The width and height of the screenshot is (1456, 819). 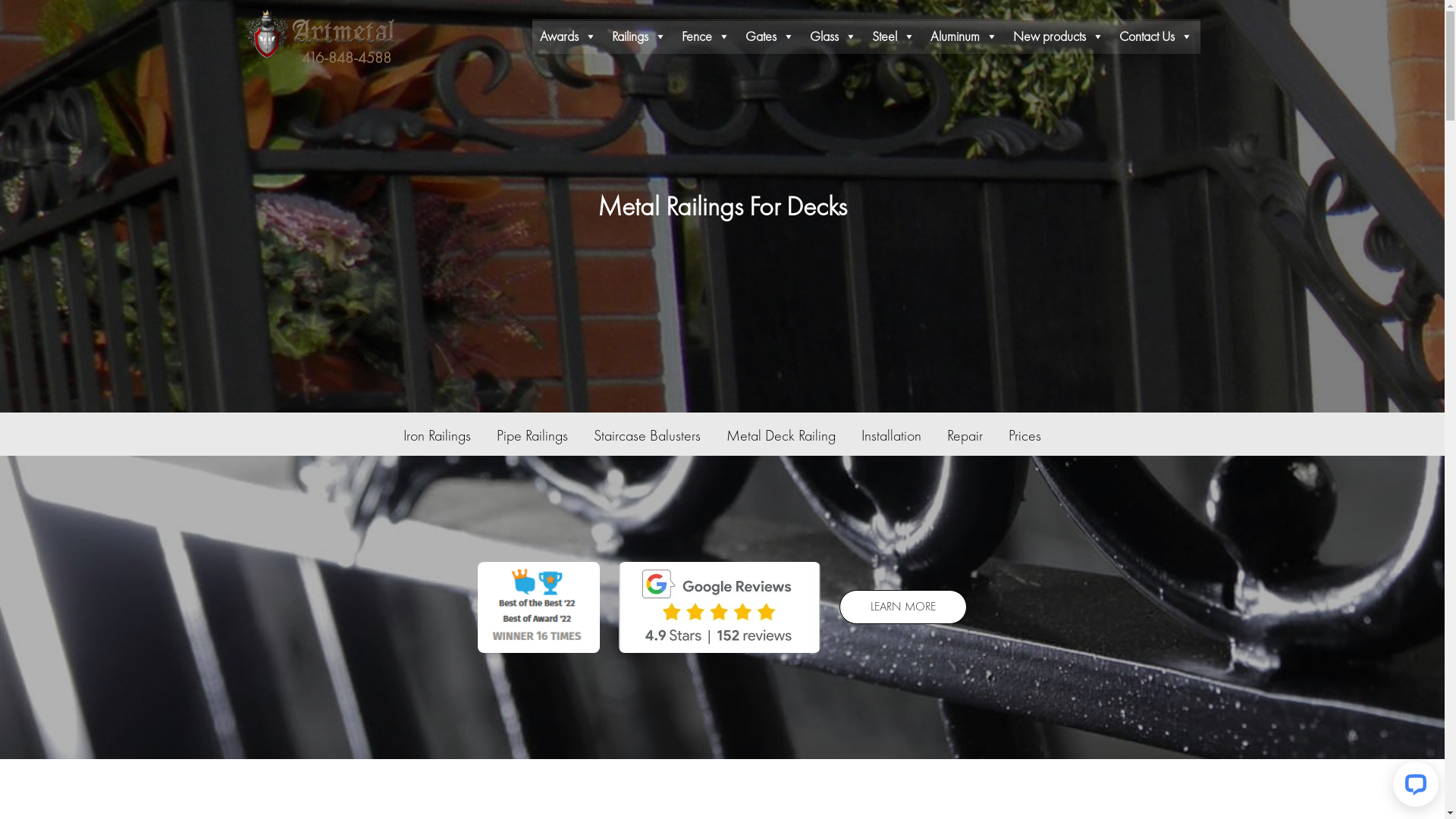 What do you see at coordinates (964, 435) in the screenshot?
I see `'Repair'` at bounding box center [964, 435].